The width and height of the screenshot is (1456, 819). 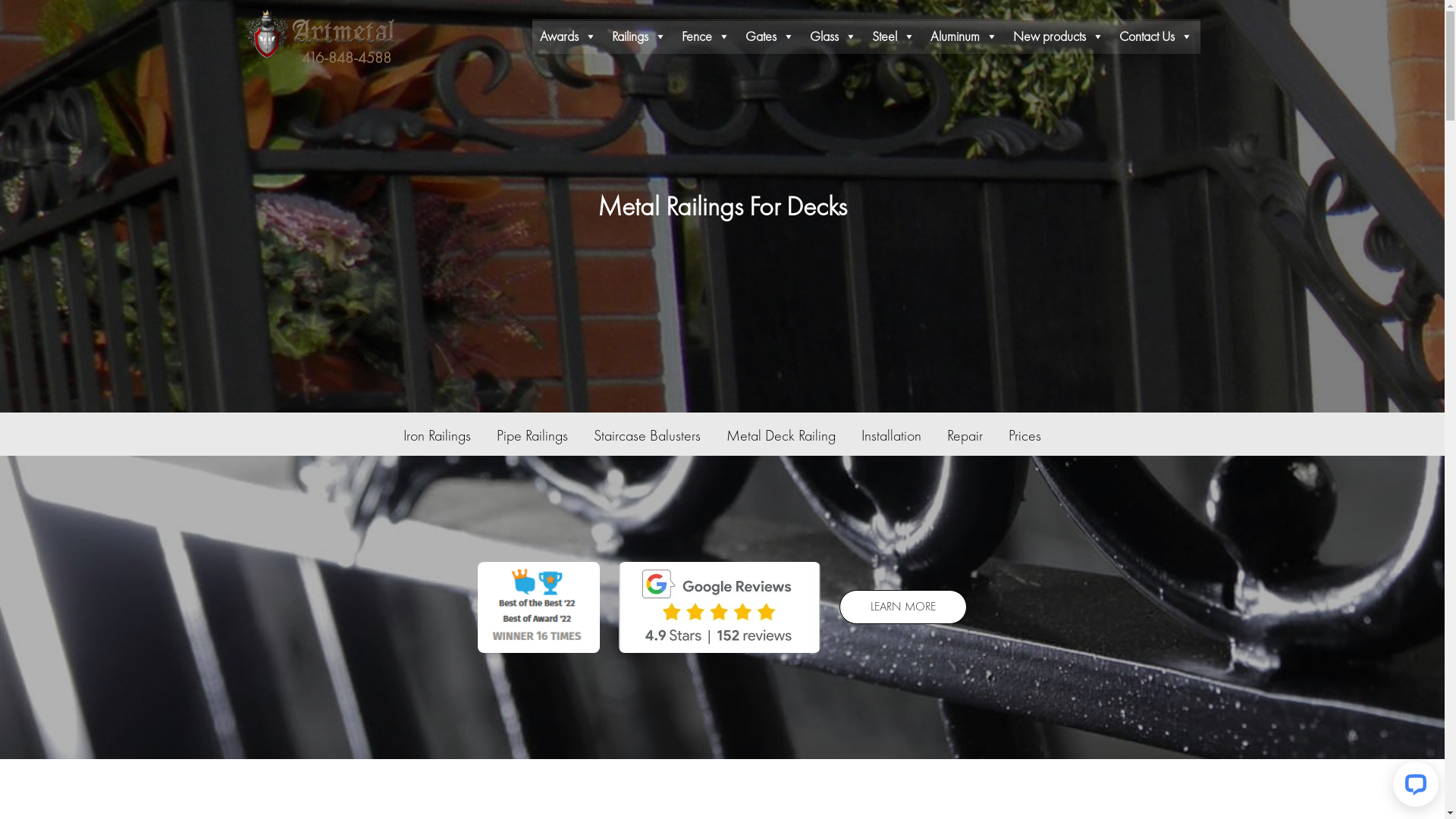 What do you see at coordinates (964, 435) in the screenshot?
I see `'Repair'` at bounding box center [964, 435].